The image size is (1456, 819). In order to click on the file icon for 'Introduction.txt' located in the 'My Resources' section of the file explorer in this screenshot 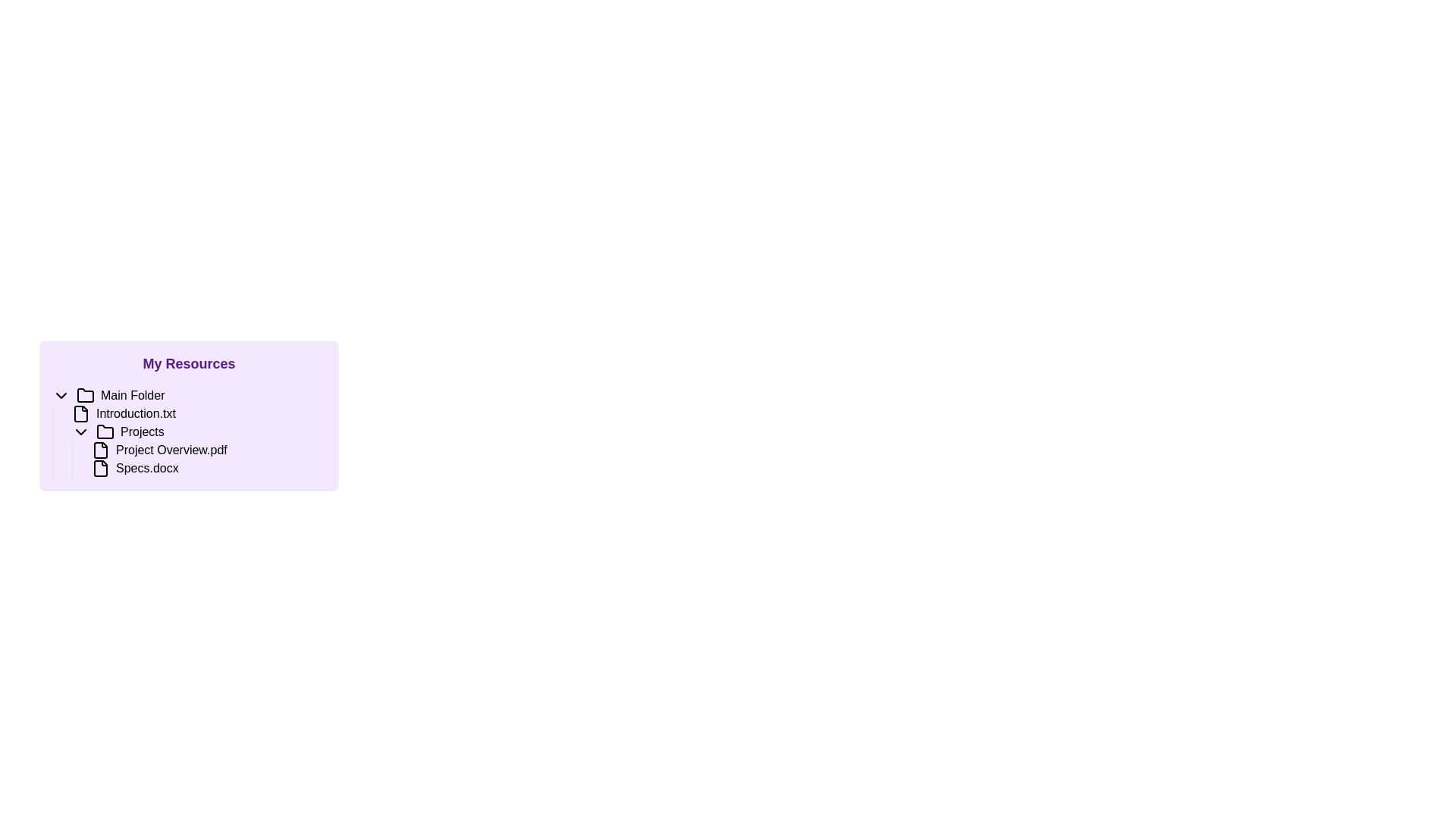, I will do `click(80, 414)`.